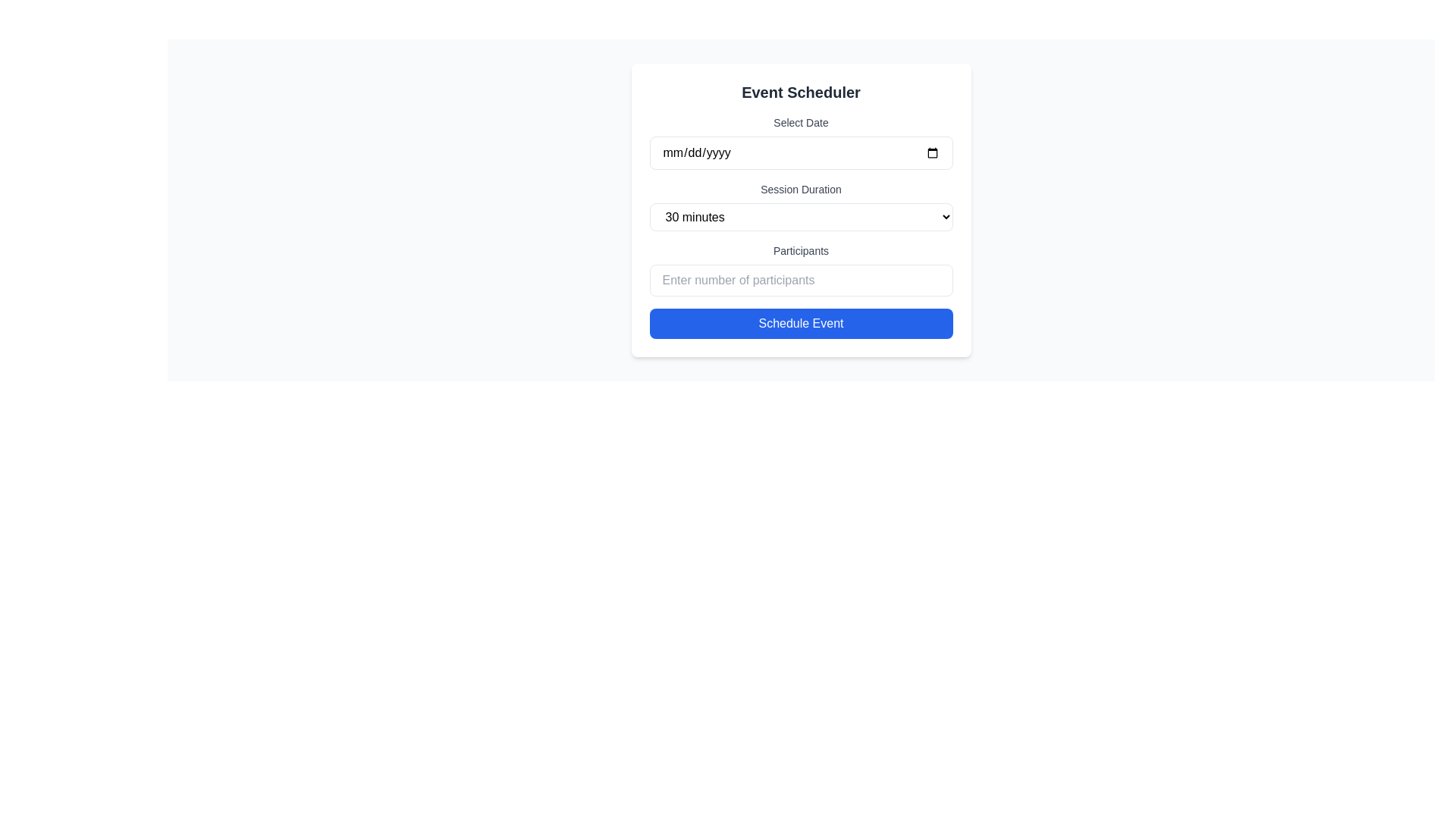  What do you see at coordinates (800, 323) in the screenshot?
I see `the 'Schedule Event' button located at the bottom of the form` at bounding box center [800, 323].